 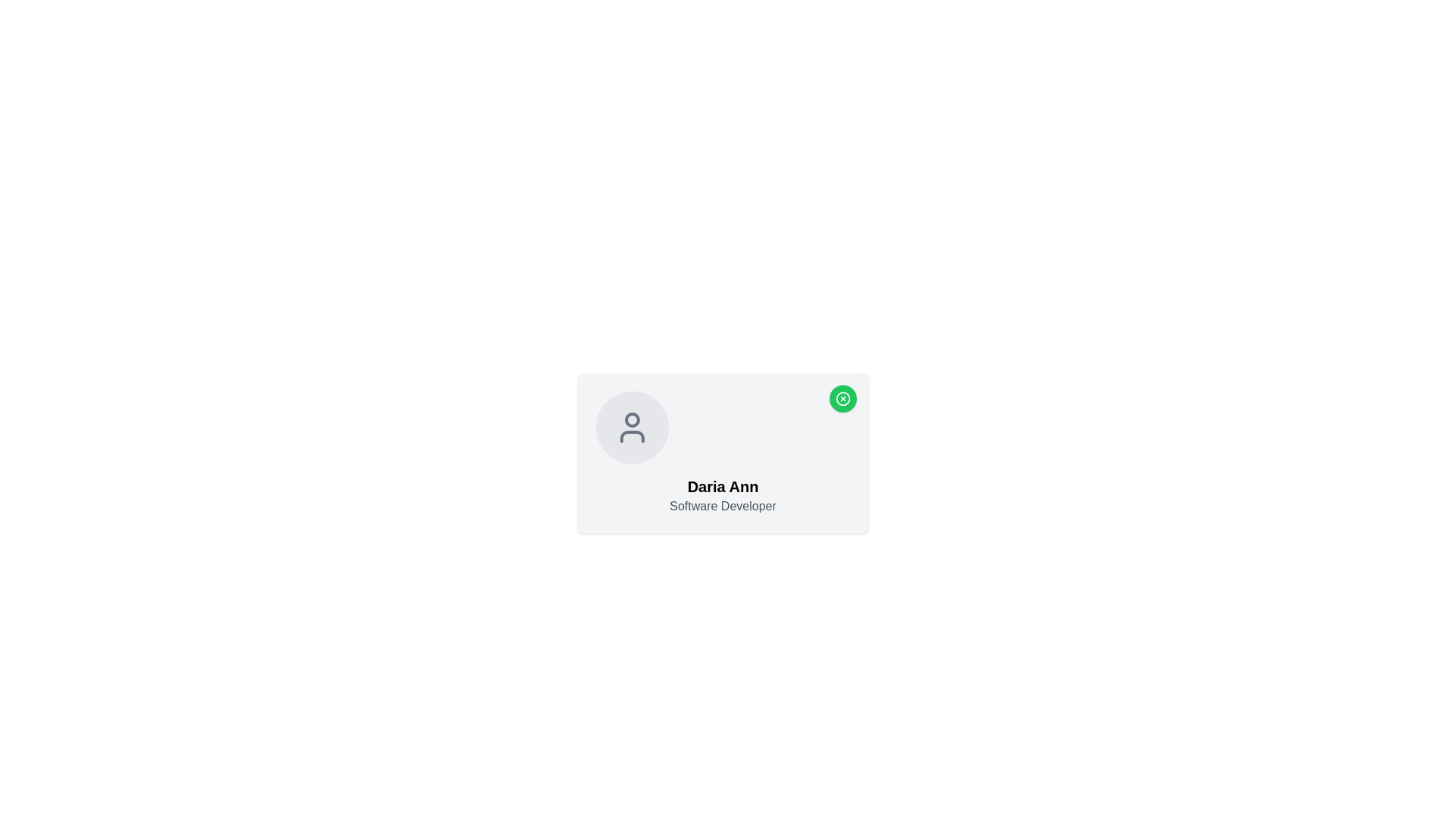 What do you see at coordinates (632, 427) in the screenshot?
I see `the Iconic User Placeholder representing a user profile in the top-left region of the card containing 'Daria Ann' and 'Software Developer'` at bounding box center [632, 427].